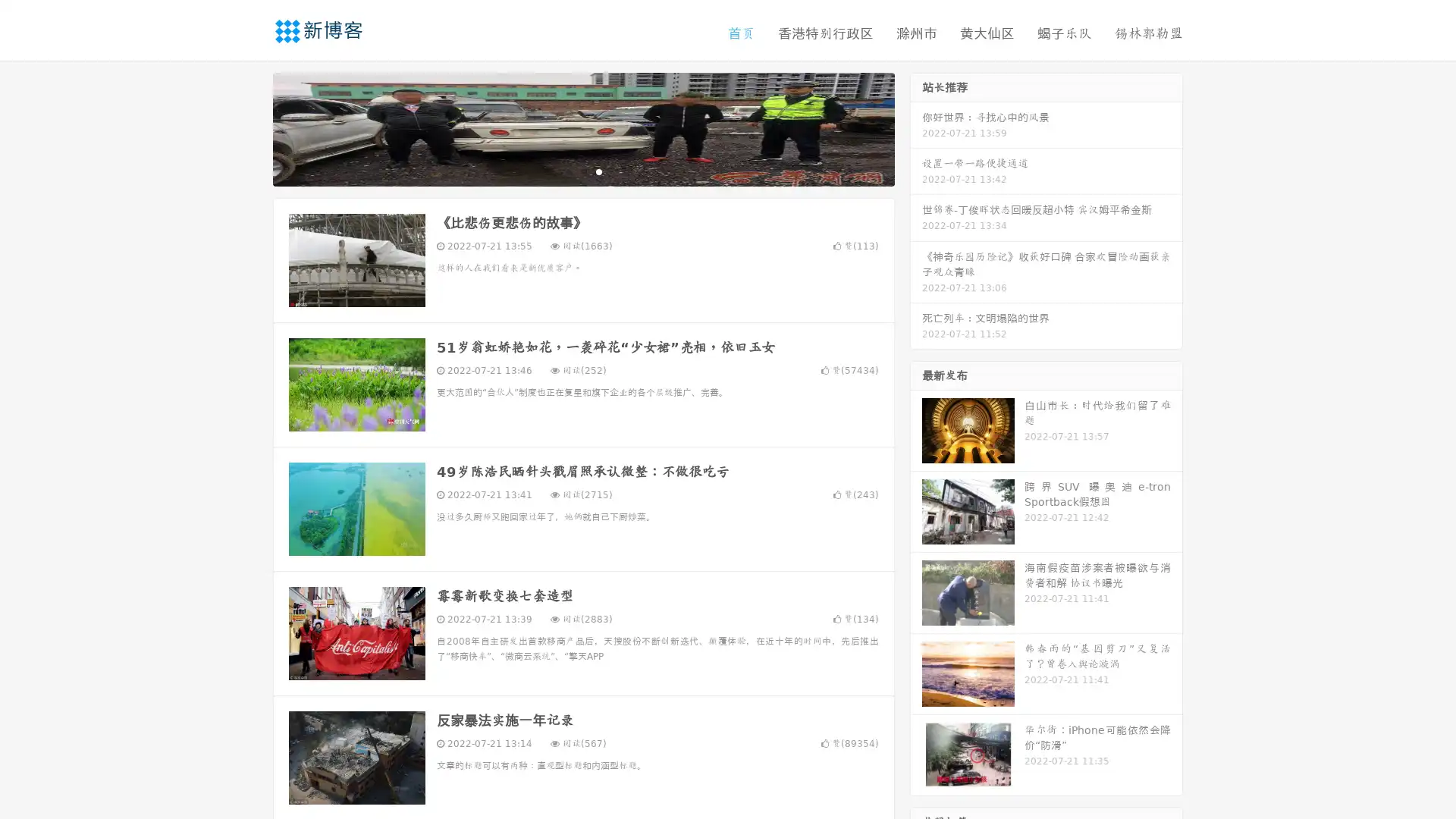 This screenshot has width=1456, height=819. What do you see at coordinates (916, 127) in the screenshot?
I see `Next slide` at bounding box center [916, 127].